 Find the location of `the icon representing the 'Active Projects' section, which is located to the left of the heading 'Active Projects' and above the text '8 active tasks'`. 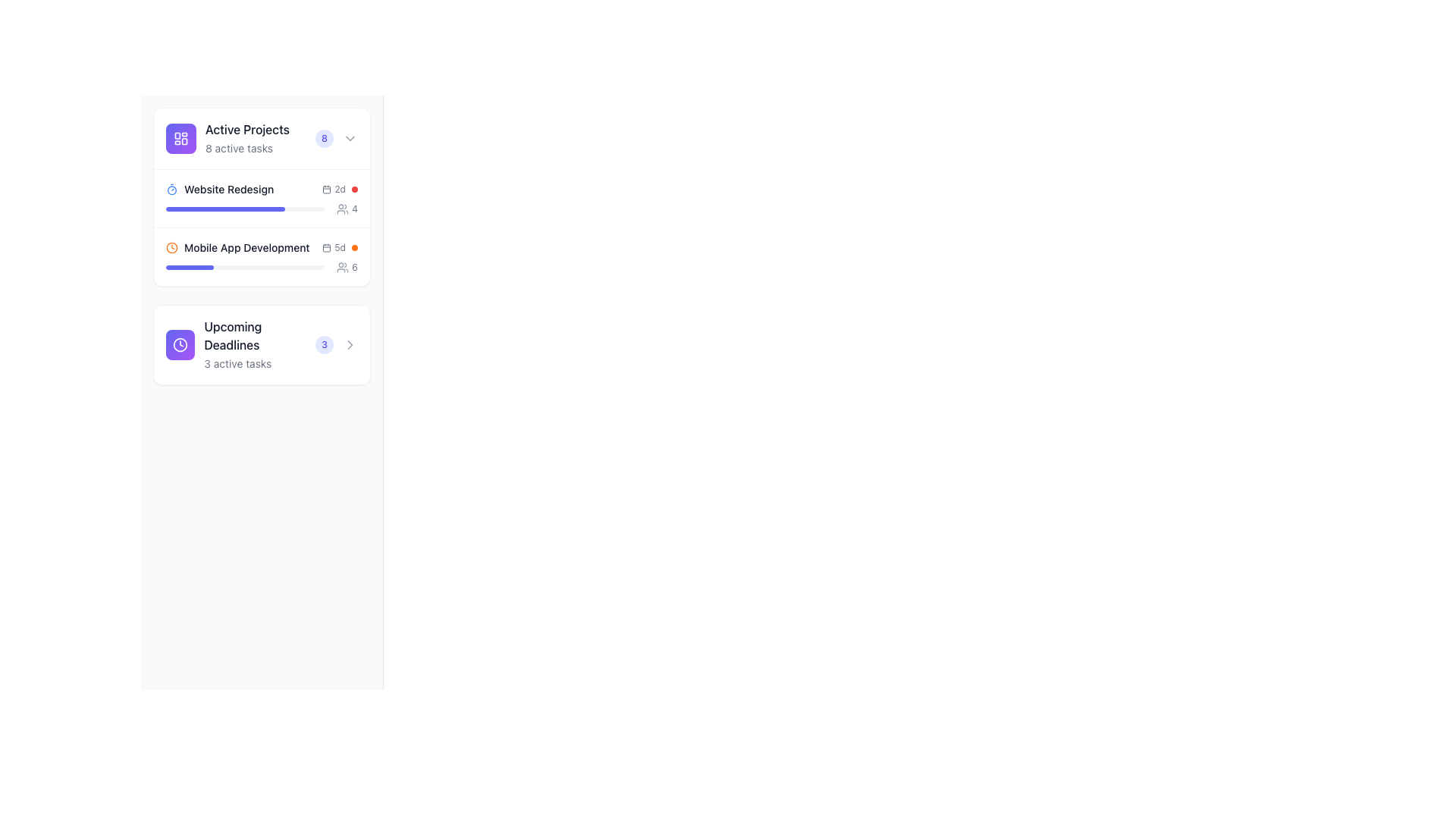

the icon representing the 'Active Projects' section, which is located to the left of the heading 'Active Projects' and above the text '8 active tasks' is located at coordinates (181, 138).